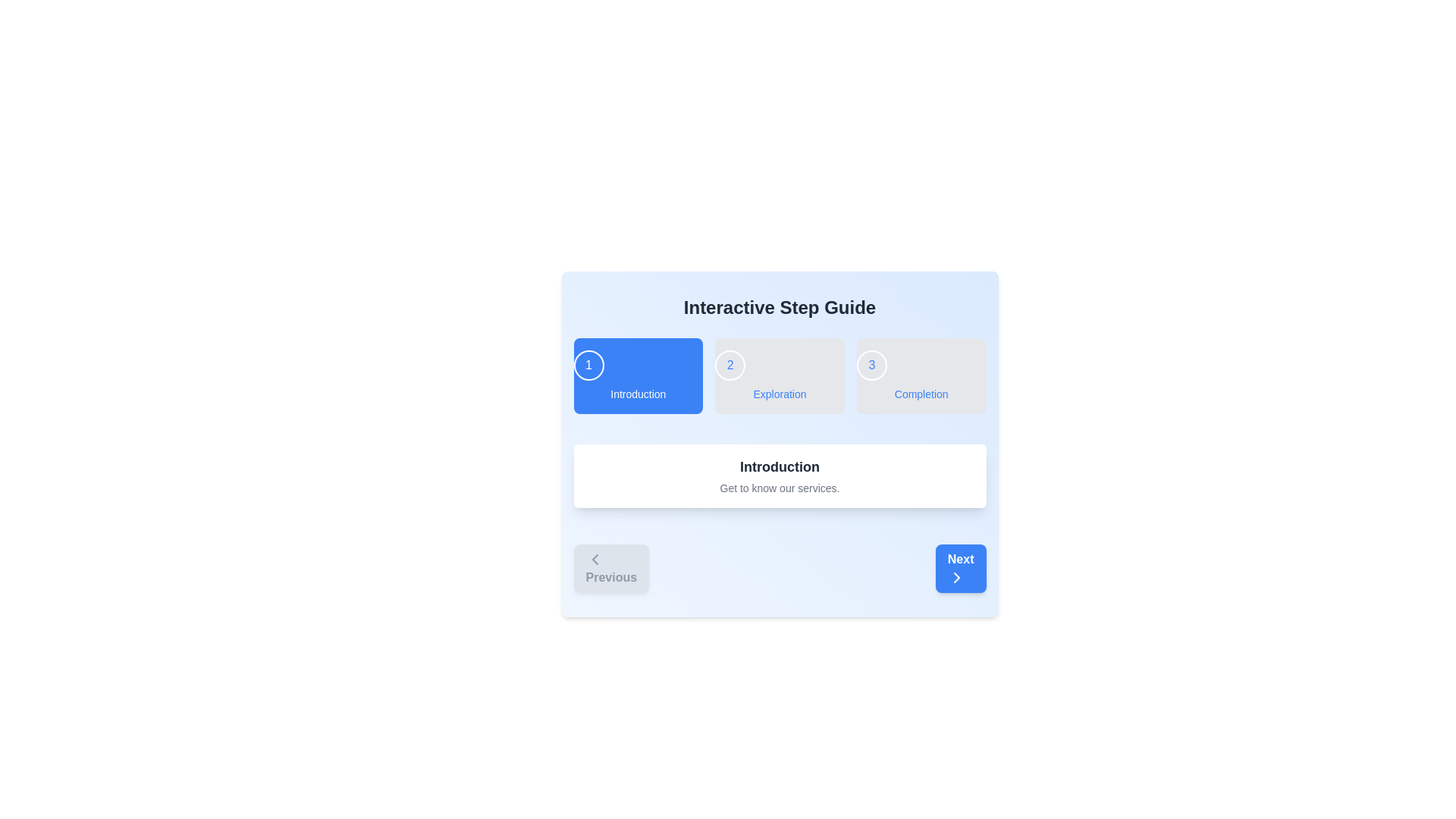 Image resolution: width=1456 pixels, height=819 pixels. I want to click on the text label that reads 'Introduction', which is positioned within a blue rectangular button in the 'Interactive Step Guide' interface, so click(638, 394).